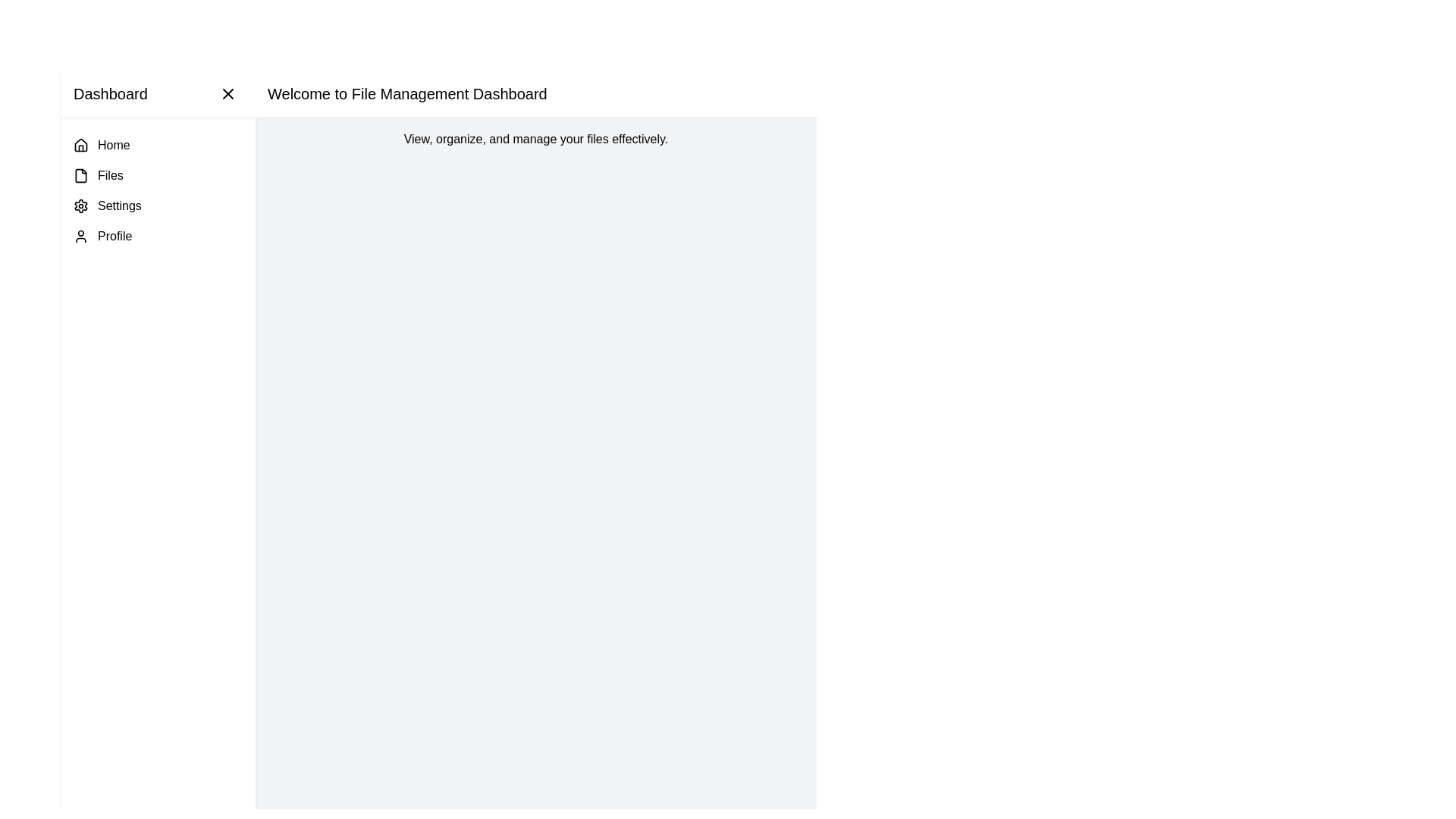 The image size is (1456, 819). Describe the element at coordinates (535, 140) in the screenshot. I see `the static text element displaying 'View, organize, and manage your files effectively.' located in the upper middle region of the main content area below the heading 'Welcome to File Management Dashboard.'` at that location.